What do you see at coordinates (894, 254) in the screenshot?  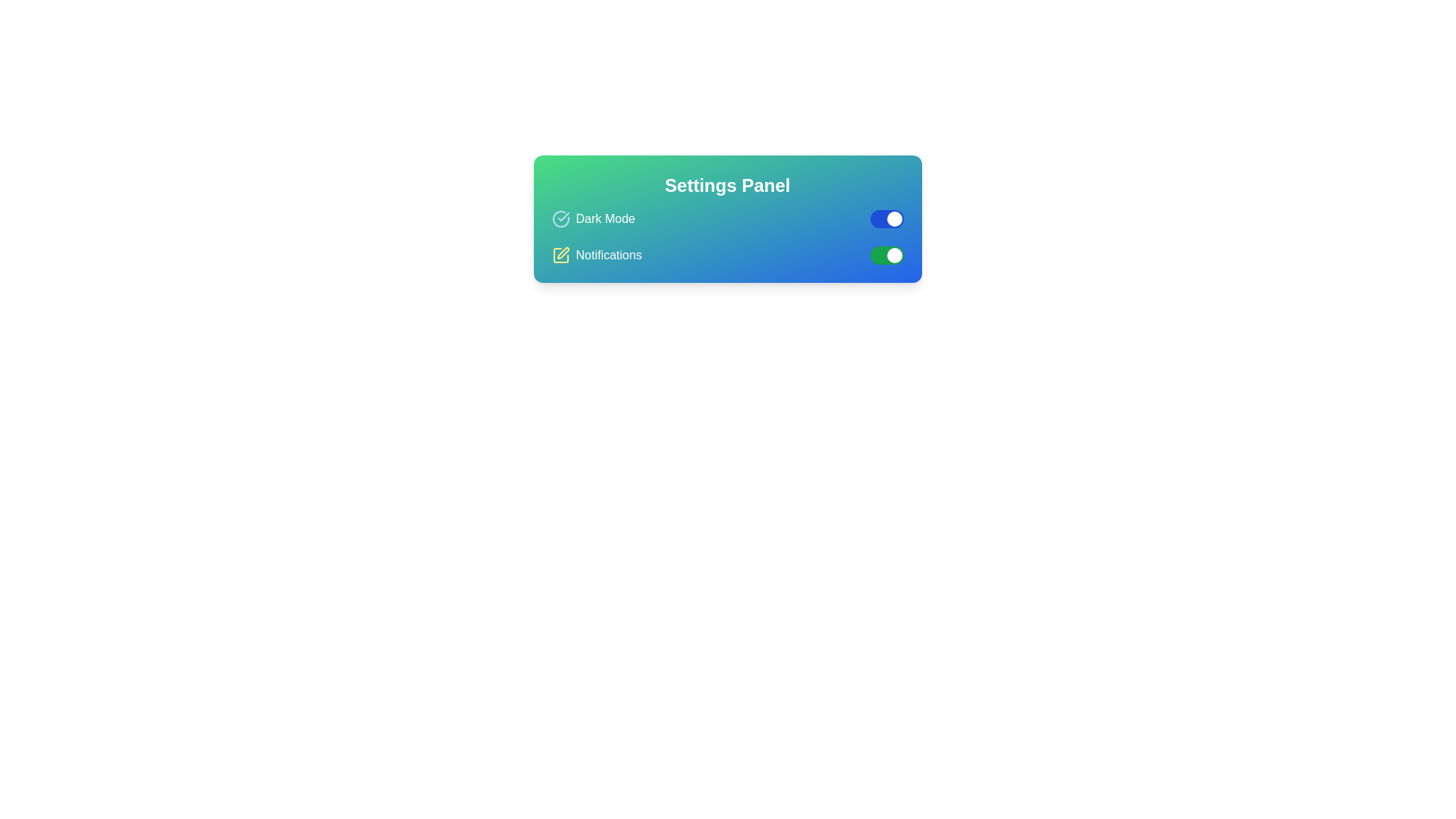 I see `the toggle switch thumb for the 'Notifications' option to change its position` at bounding box center [894, 254].